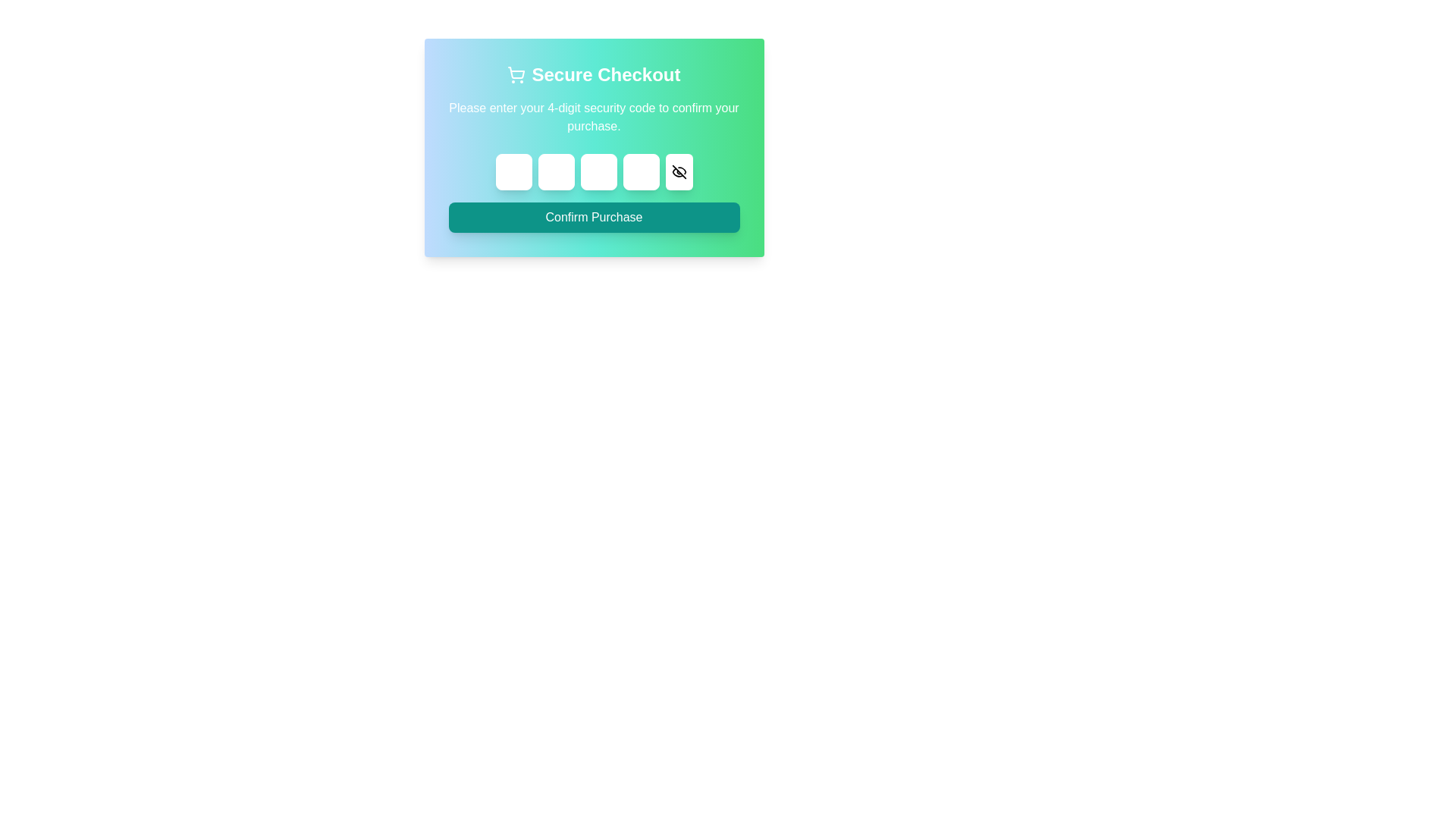 This screenshot has height=819, width=1456. I want to click on the toggle button located to the right of four rounded square input fields, so click(678, 171).